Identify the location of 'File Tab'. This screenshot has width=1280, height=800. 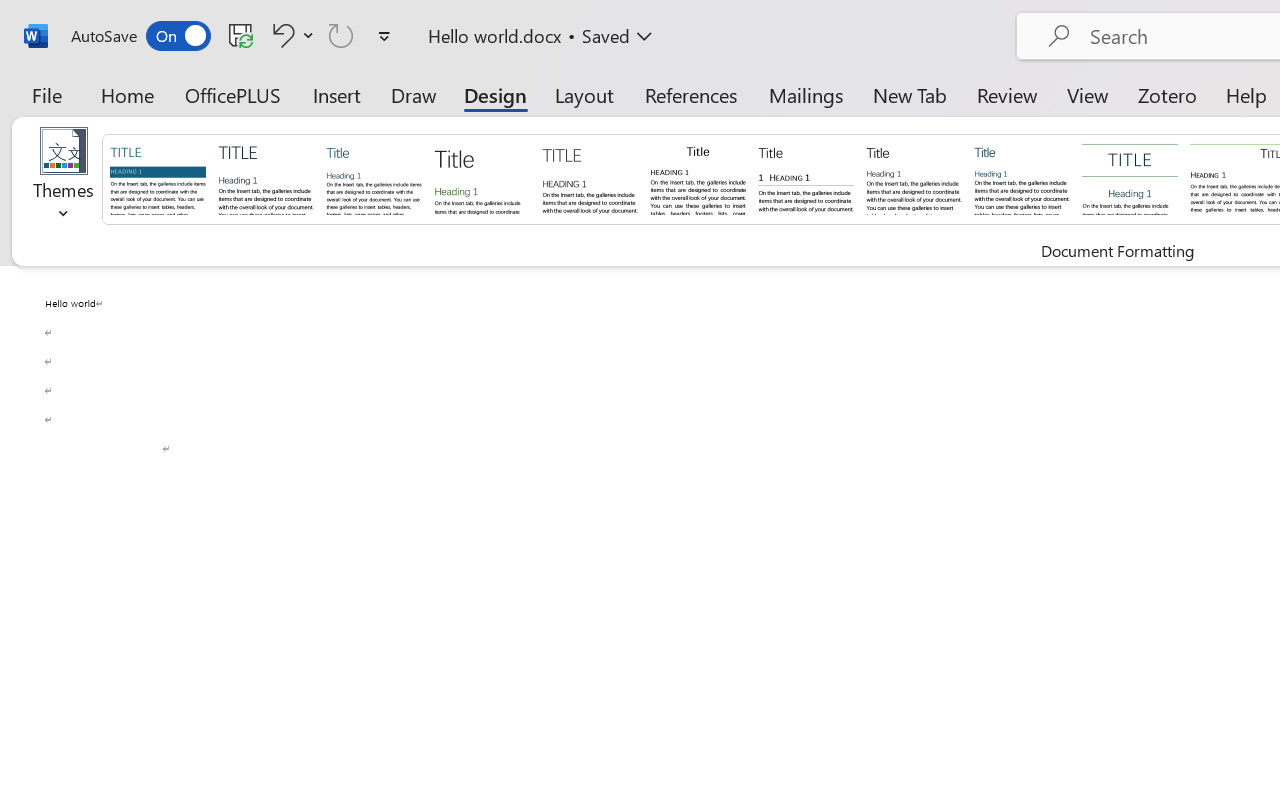
(46, 94).